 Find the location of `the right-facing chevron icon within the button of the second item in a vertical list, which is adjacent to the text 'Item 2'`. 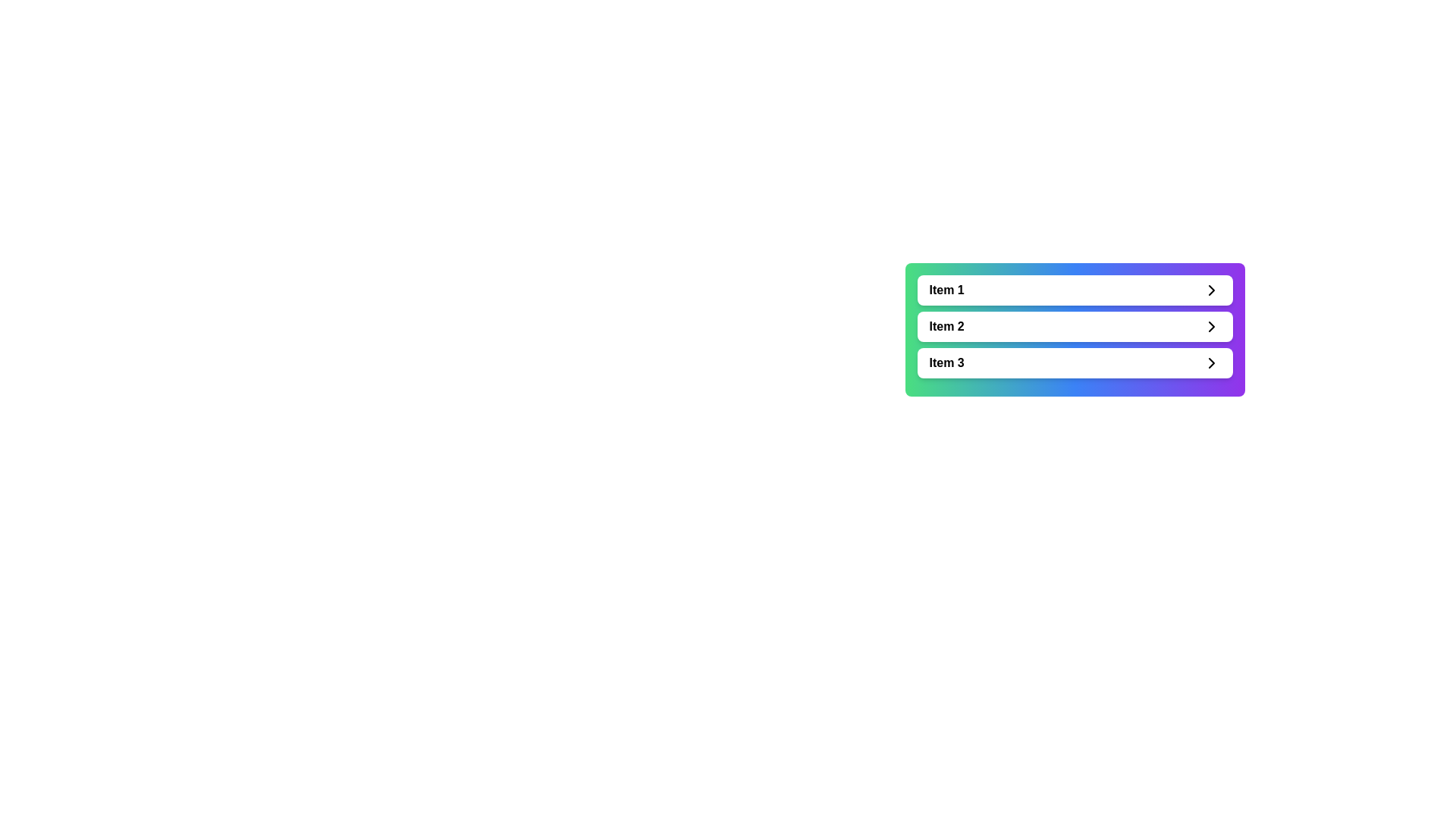

the right-facing chevron icon within the button of the second item in a vertical list, which is adjacent to the text 'Item 2' is located at coordinates (1210, 326).